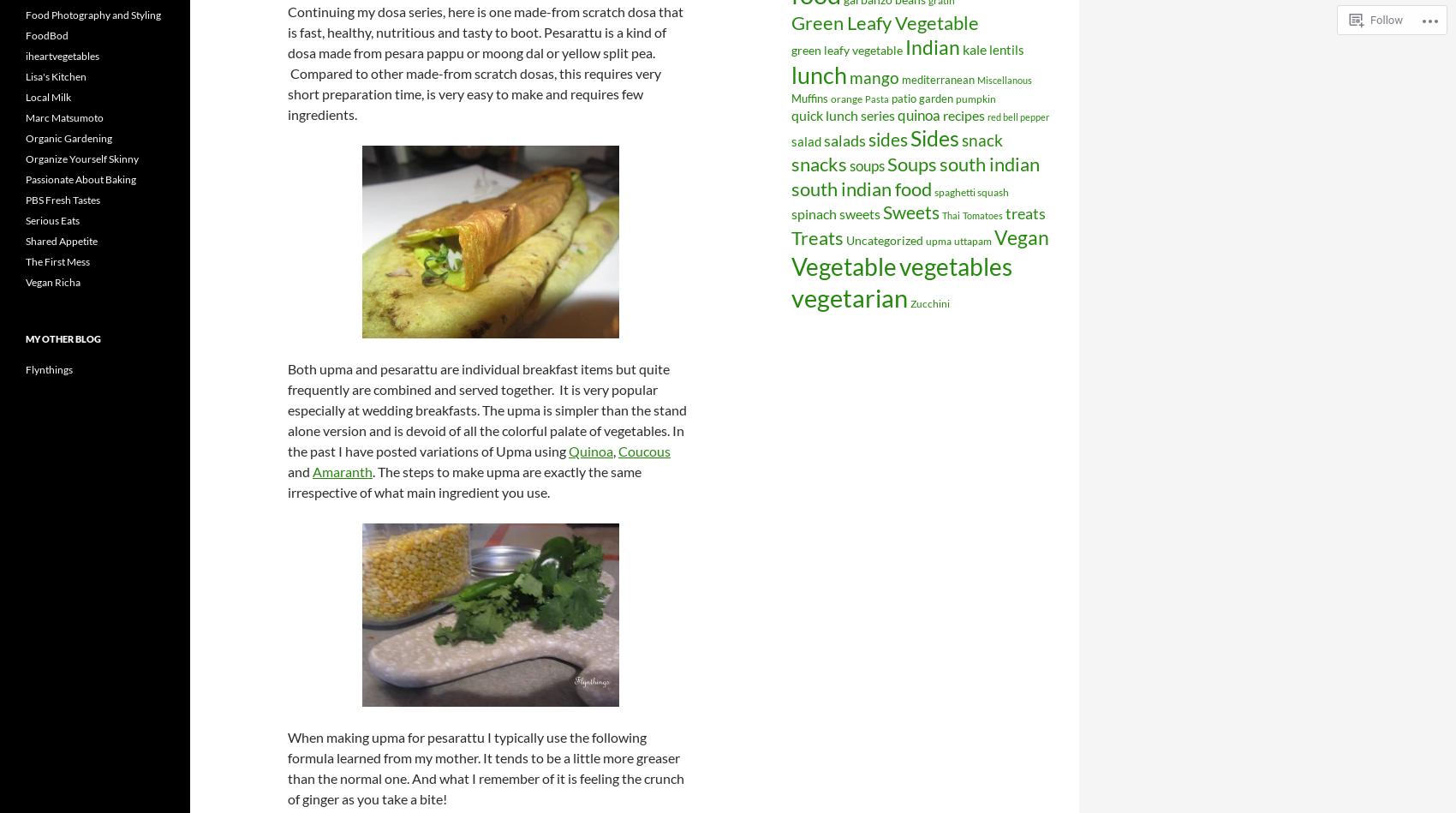 This screenshot has height=813, width=1456. What do you see at coordinates (929, 303) in the screenshot?
I see `'Zucchini'` at bounding box center [929, 303].